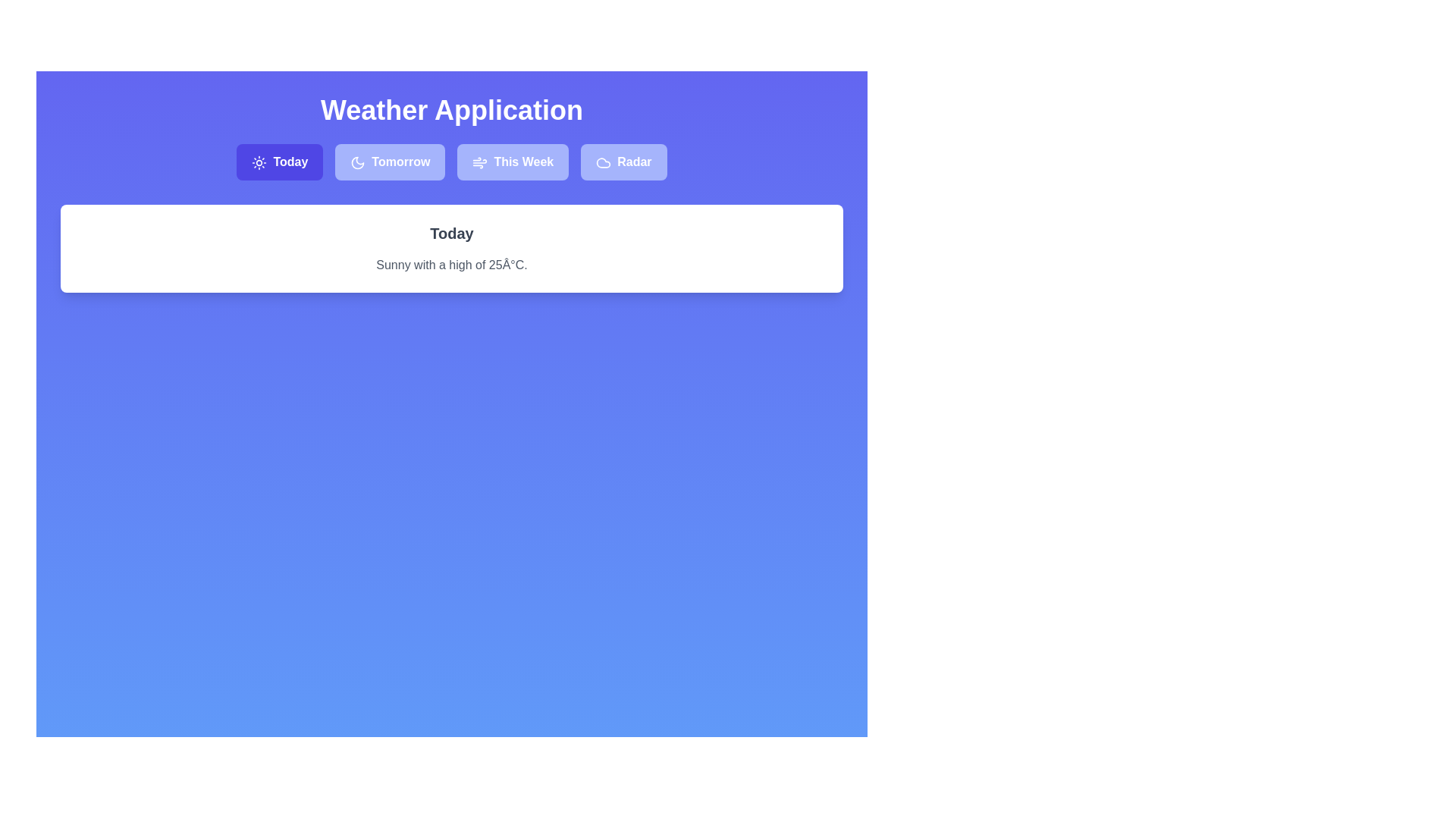 The image size is (1456, 819). I want to click on the tab labeled This Week to observe the hover effect, so click(513, 162).